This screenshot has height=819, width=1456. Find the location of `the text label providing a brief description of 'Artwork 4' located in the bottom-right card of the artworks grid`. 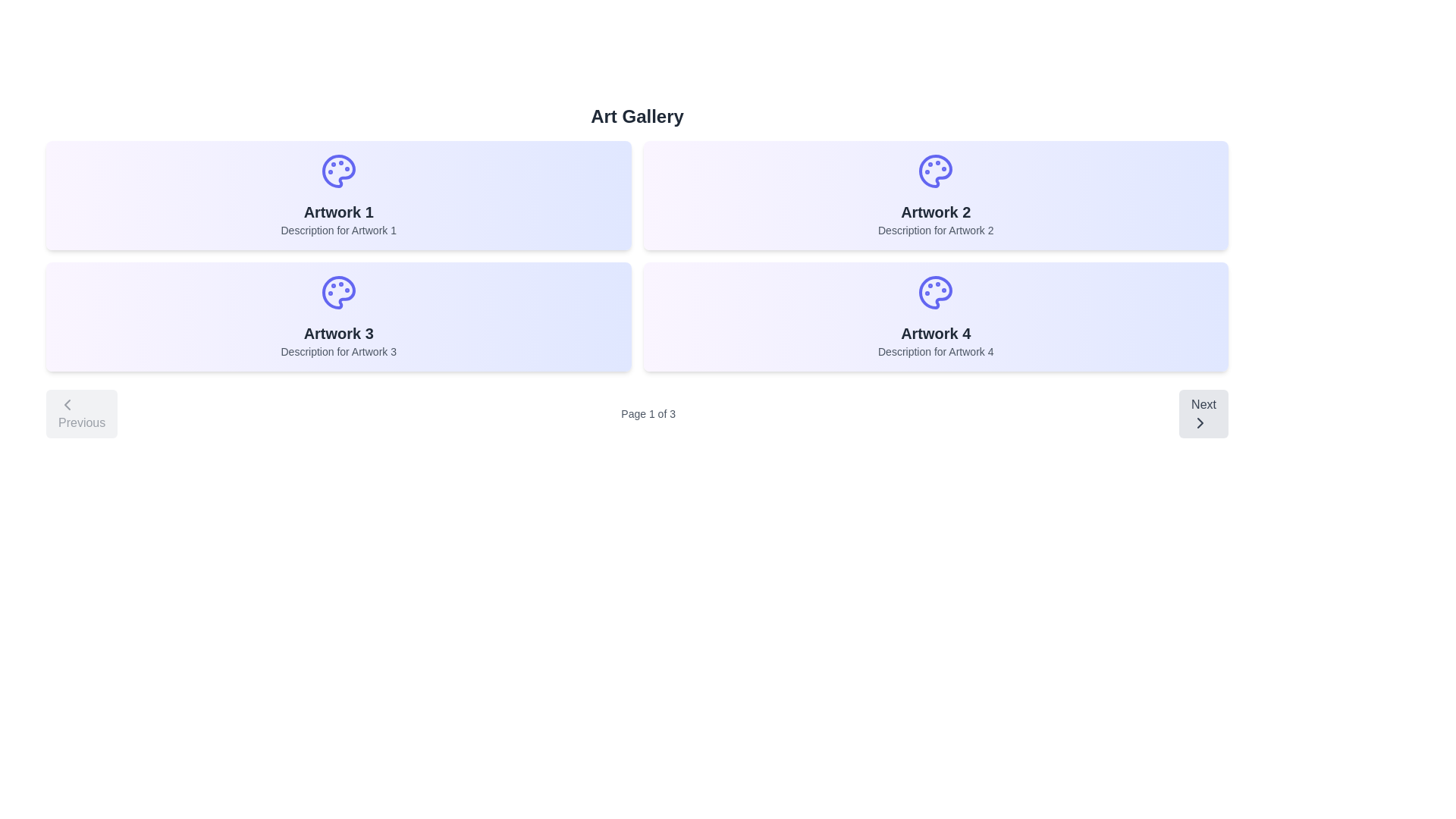

the text label providing a brief description of 'Artwork 4' located in the bottom-right card of the artworks grid is located at coordinates (935, 351).